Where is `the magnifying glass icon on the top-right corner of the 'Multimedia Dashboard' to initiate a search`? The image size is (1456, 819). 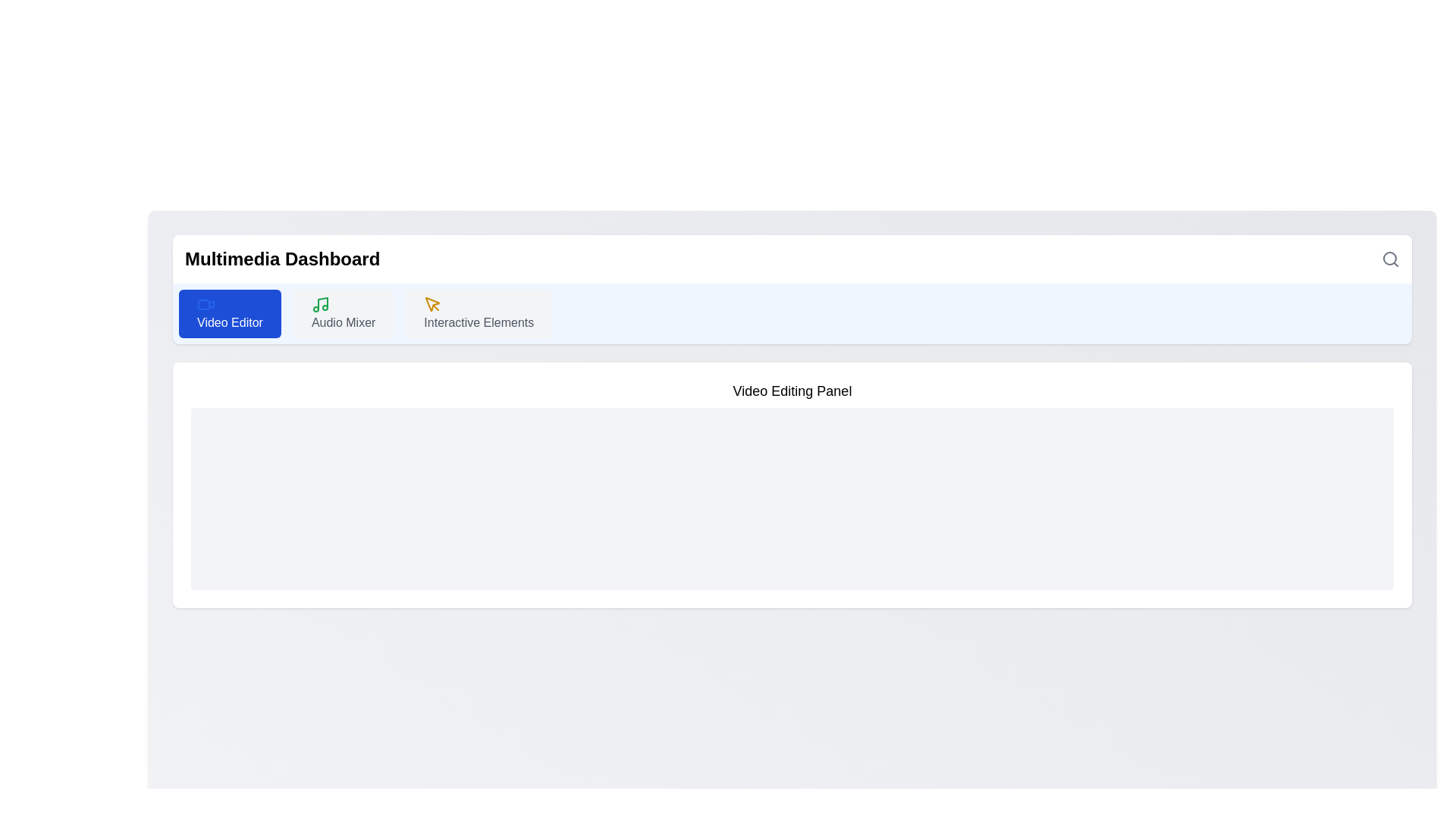 the magnifying glass icon on the top-right corner of the 'Multimedia Dashboard' to initiate a search is located at coordinates (1390, 259).